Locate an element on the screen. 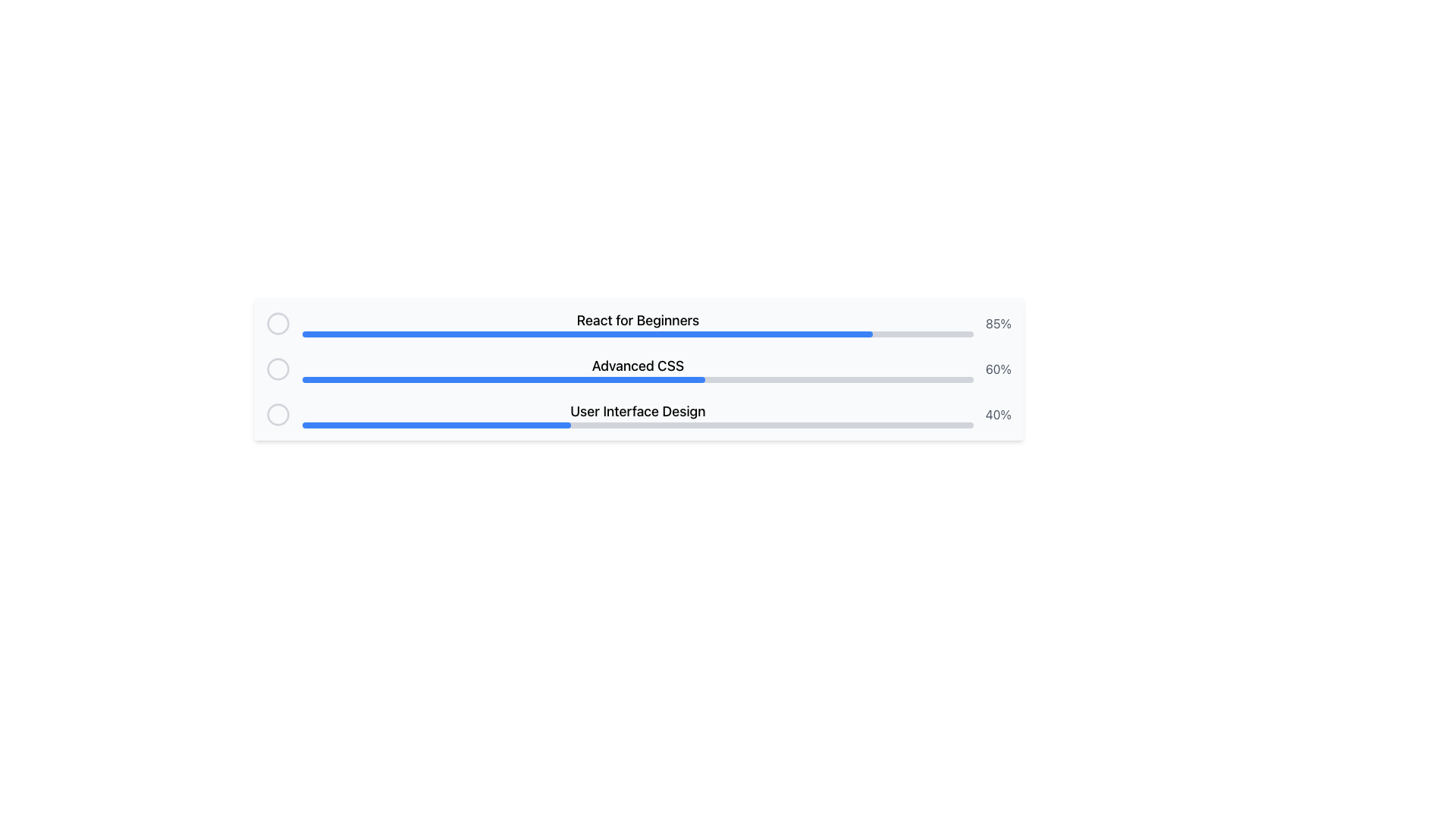 The height and width of the screenshot is (819, 1456). the first radio button located at the upper-left corner of the list interface, aligned with the first progress bar labeled 'React for Beginners' is located at coordinates (278, 323).